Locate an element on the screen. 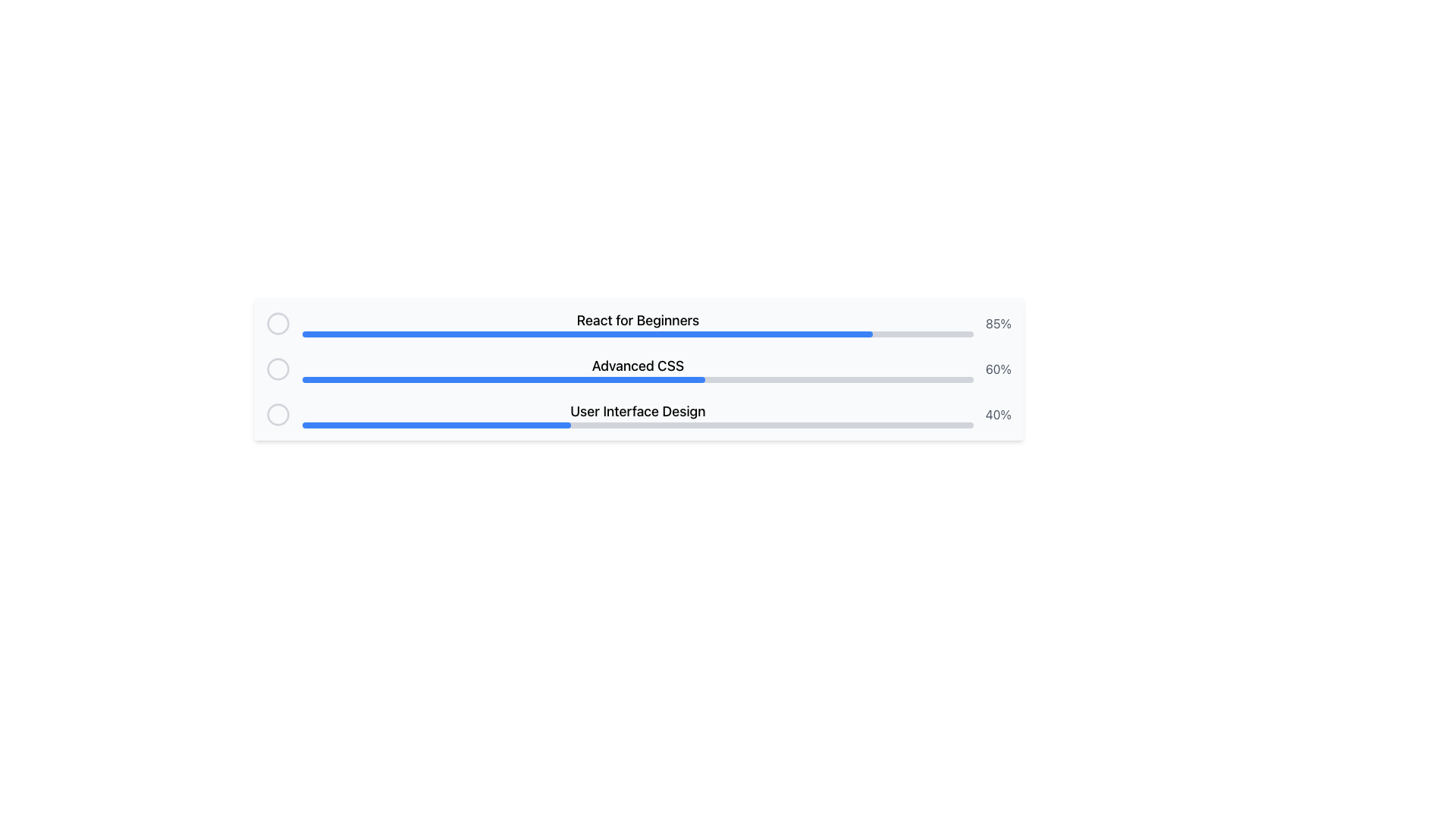 The height and width of the screenshot is (819, 1456). the first radio button located at the upper-left corner of the list interface, aligned with the first progress bar labeled 'React for Beginners' is located at coordinates (278, 323).